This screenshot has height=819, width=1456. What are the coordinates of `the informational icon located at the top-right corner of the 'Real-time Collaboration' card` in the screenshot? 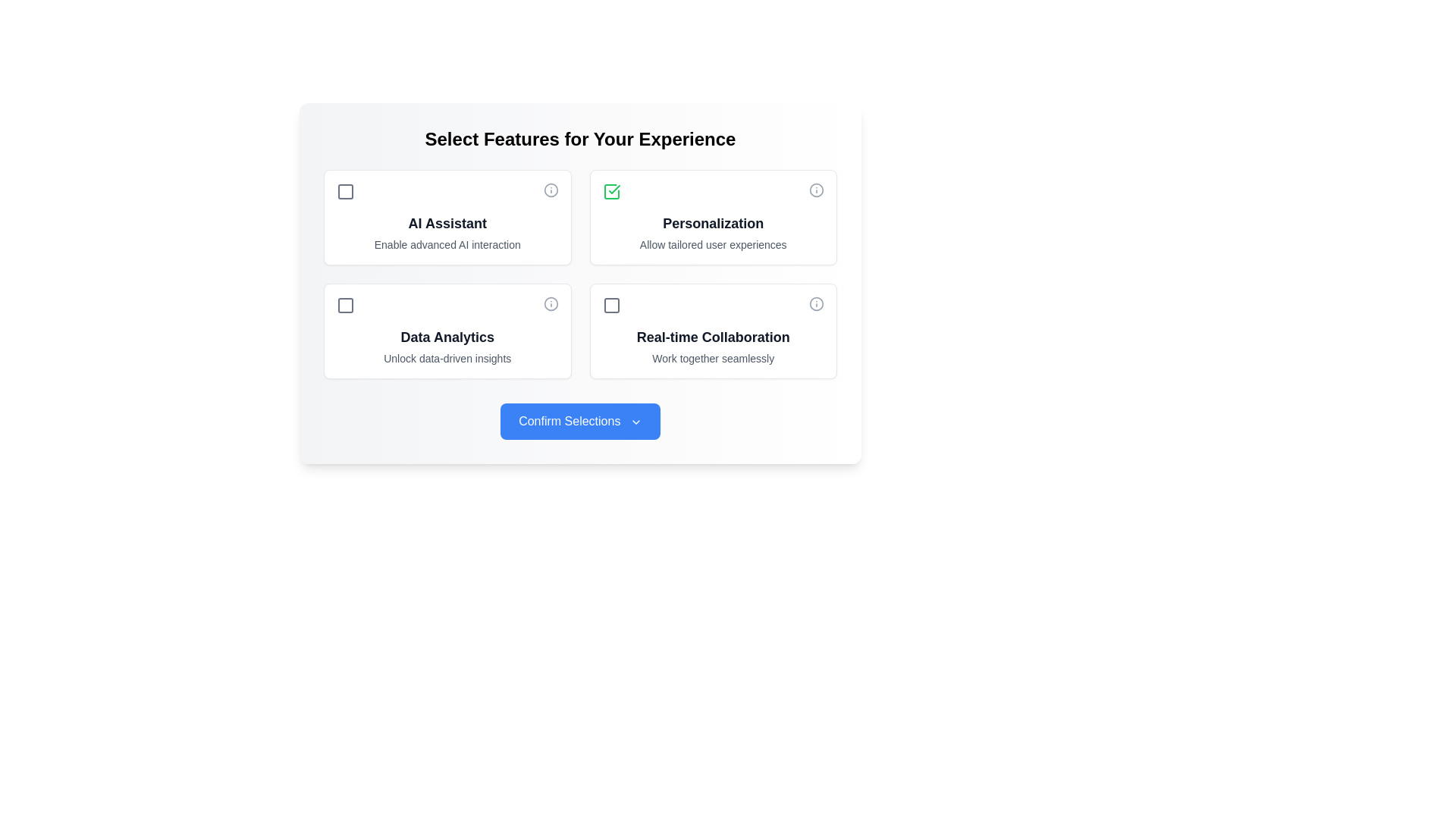 It's located at (815, 304).